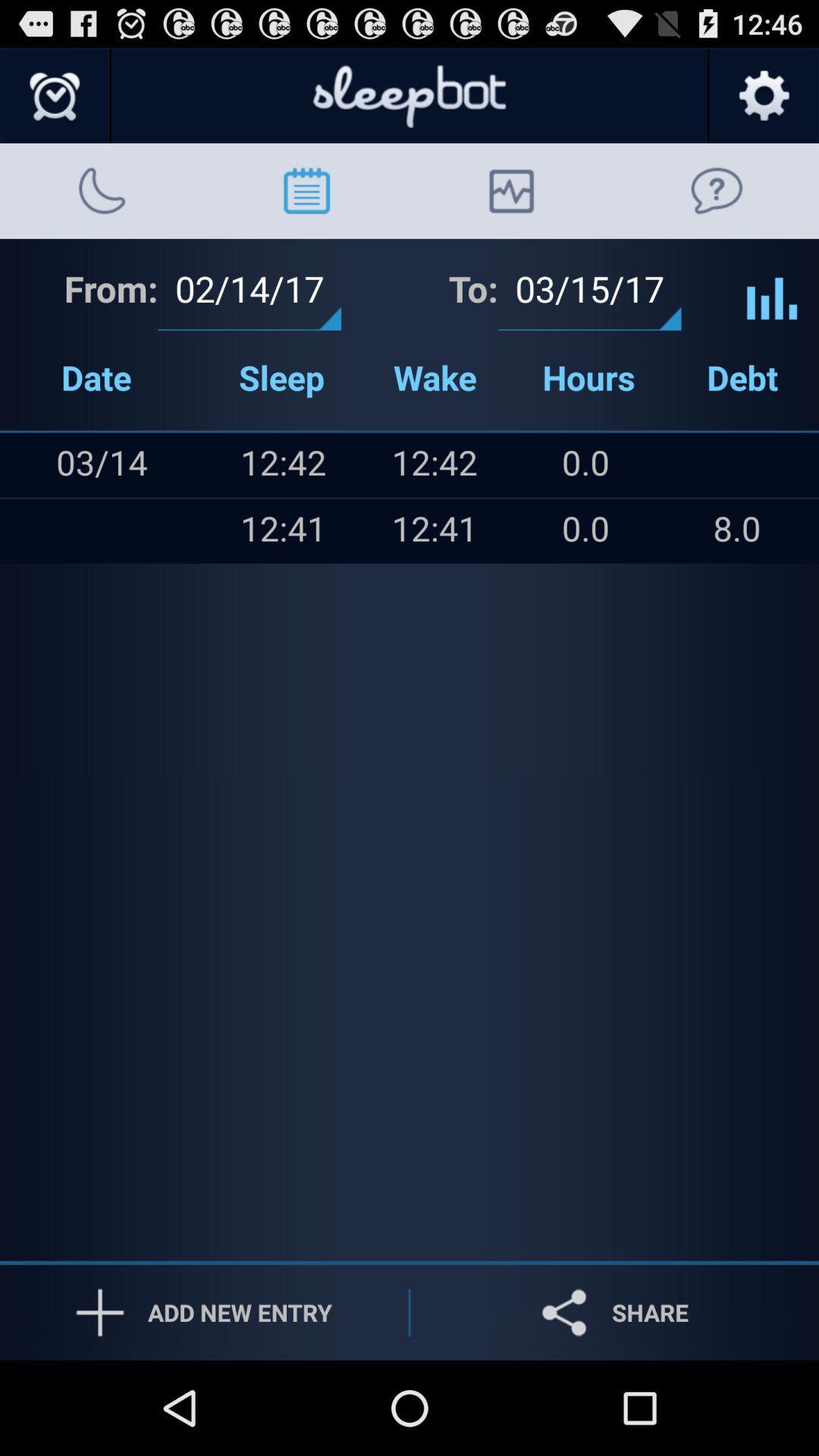 Image resolution: width=819 pixels, height=1456 pixels. What do you see at coordinates (772, 287) in the screenshot?
I see `the app above debt app` at bounding box center [772, 287].